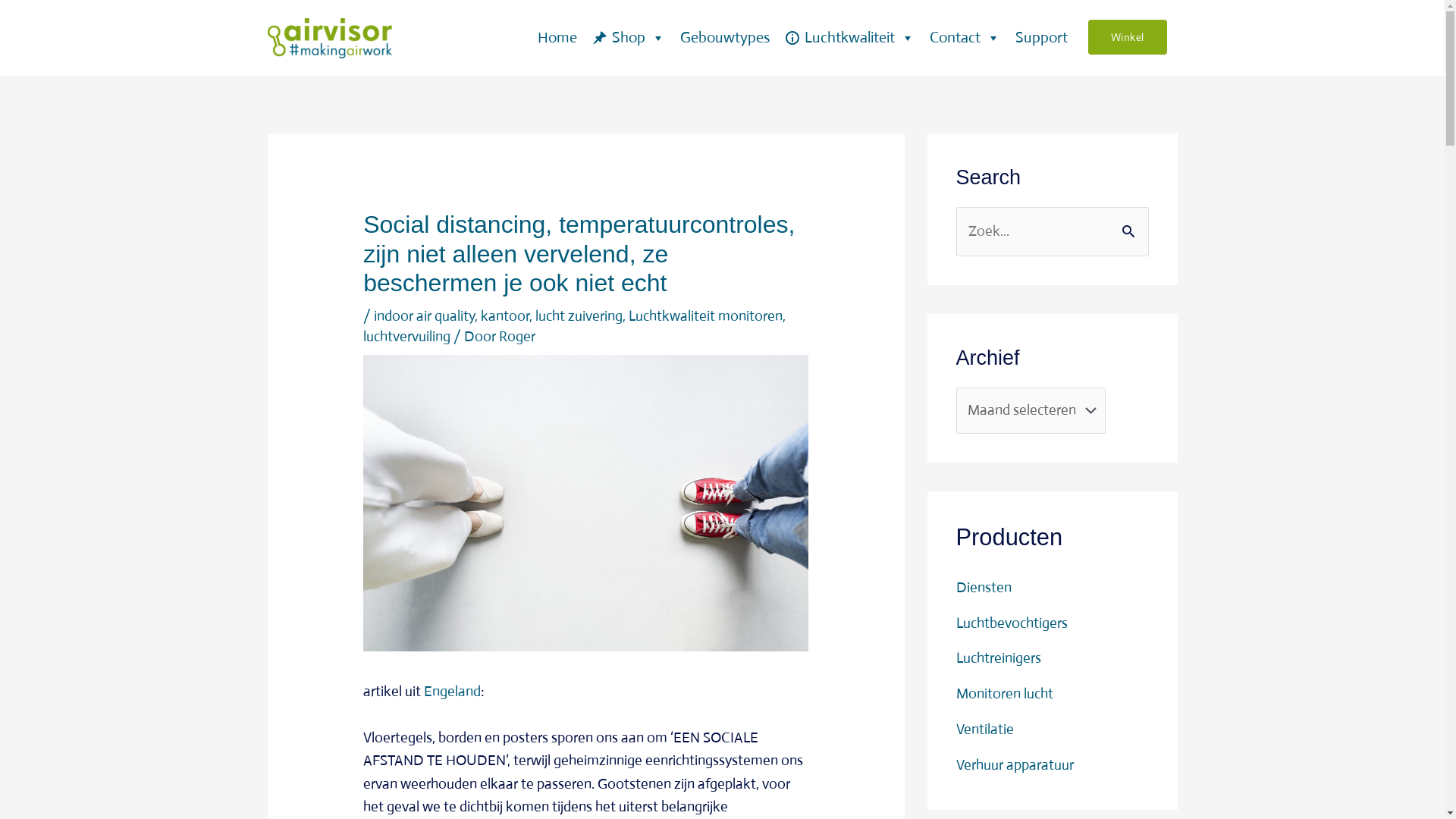  Describe the element at coordinates (983, 586) in the screenshot. I see `'Diensten'` at that location.